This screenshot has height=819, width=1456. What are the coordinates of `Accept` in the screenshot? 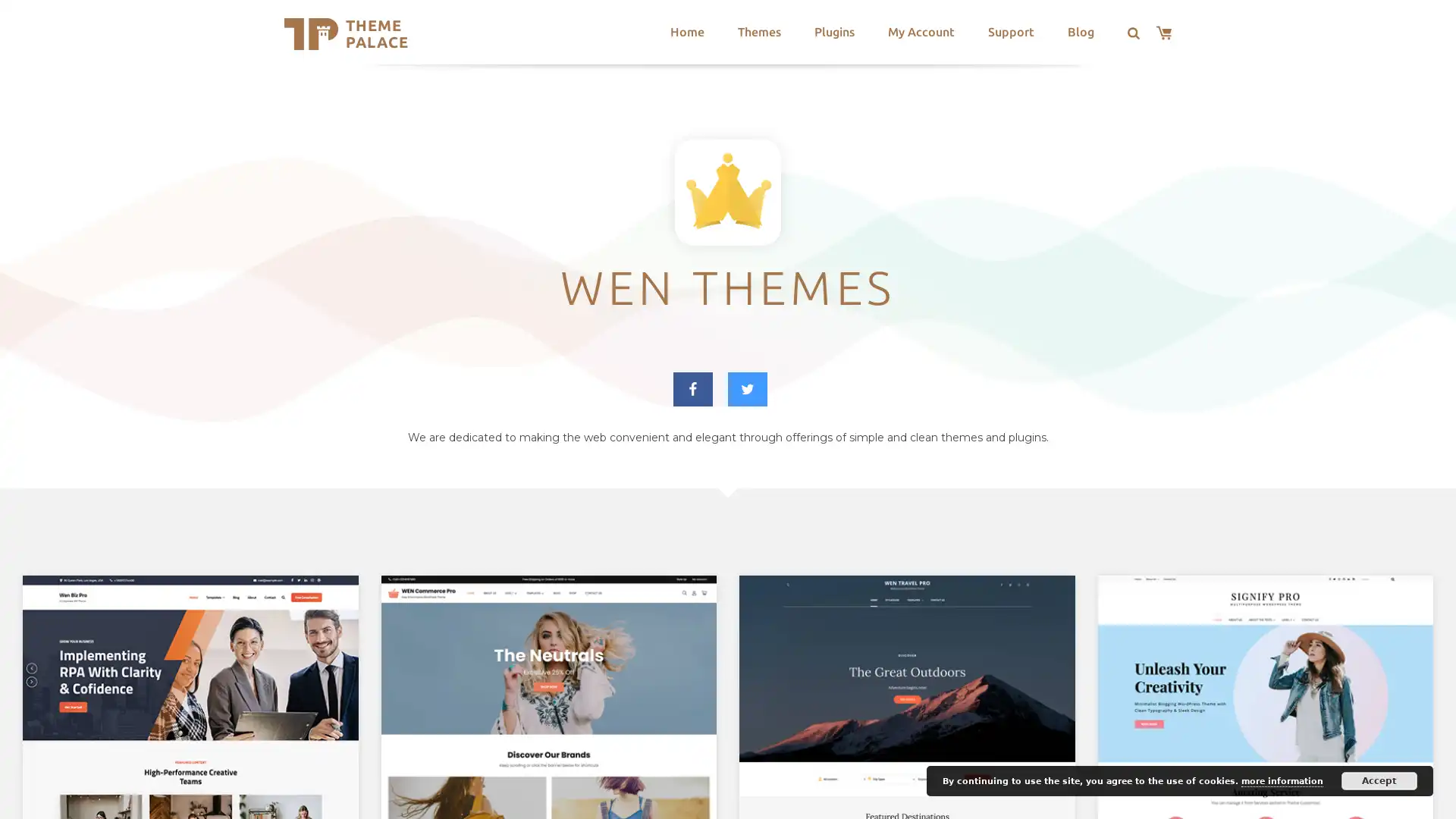 It's located at (1379, 780).